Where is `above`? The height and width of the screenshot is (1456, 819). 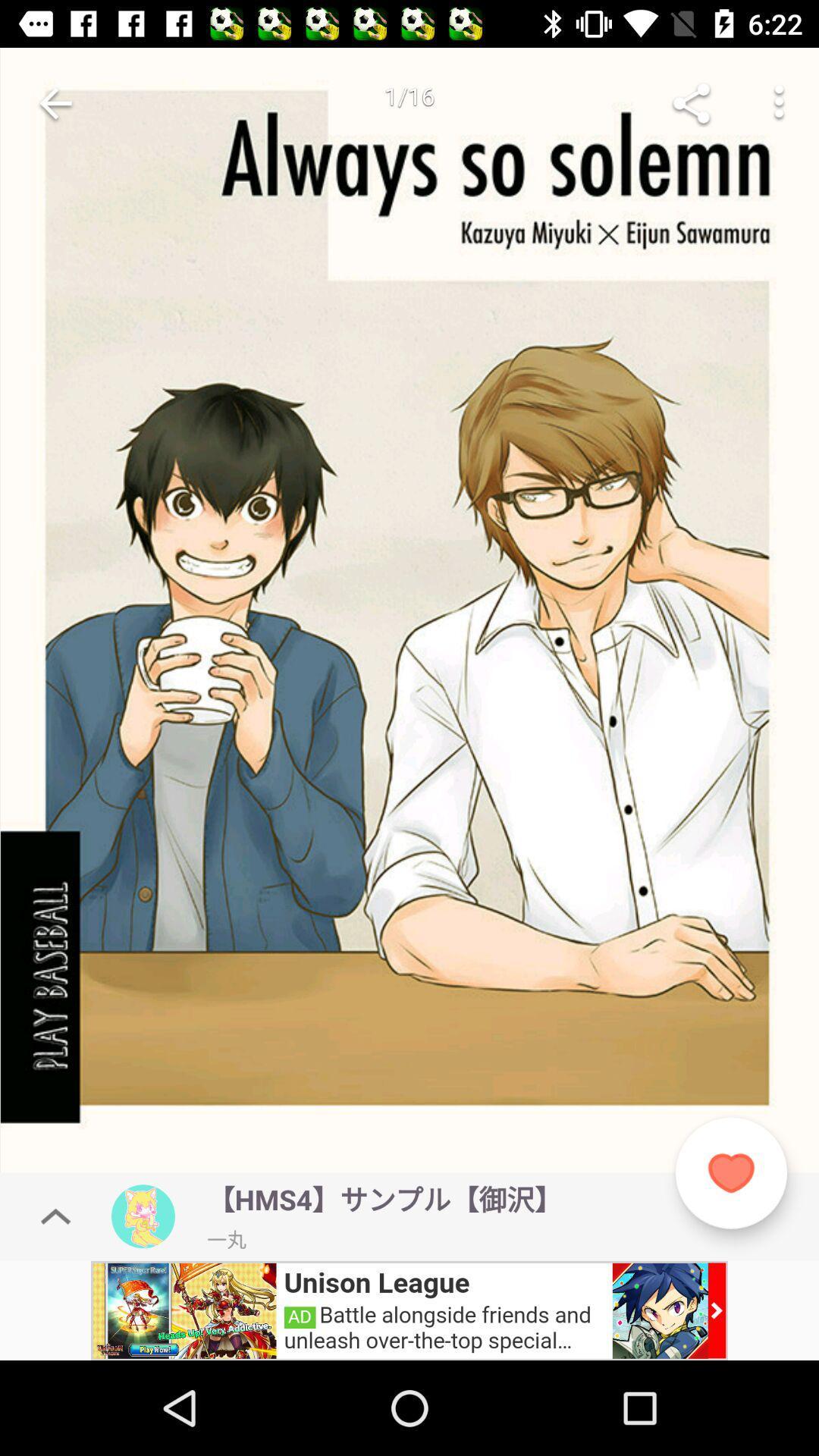 above is located at coordinates (55, 1216).